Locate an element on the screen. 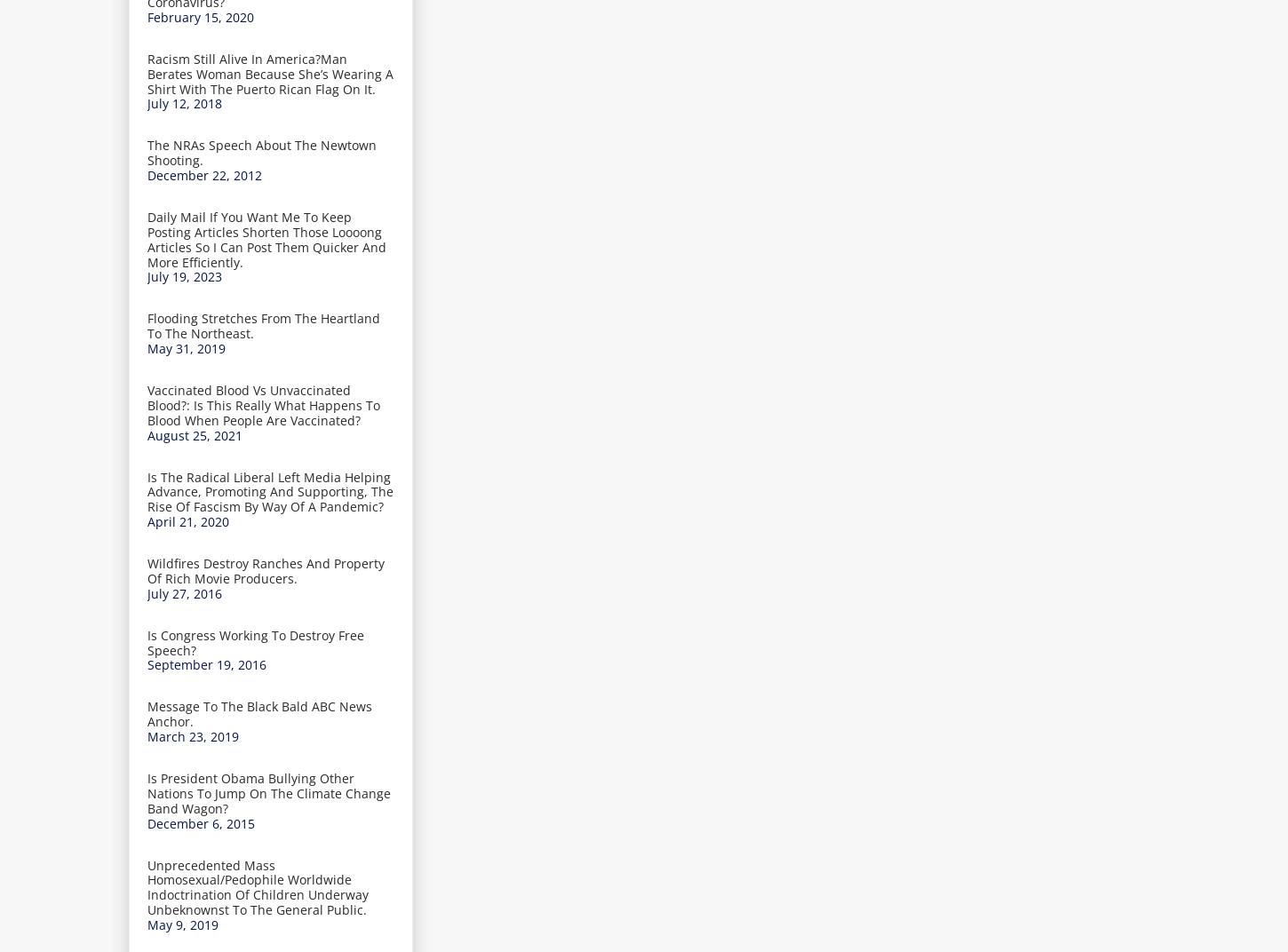  'March 23, 2019' is located at coordinates (147, 735).